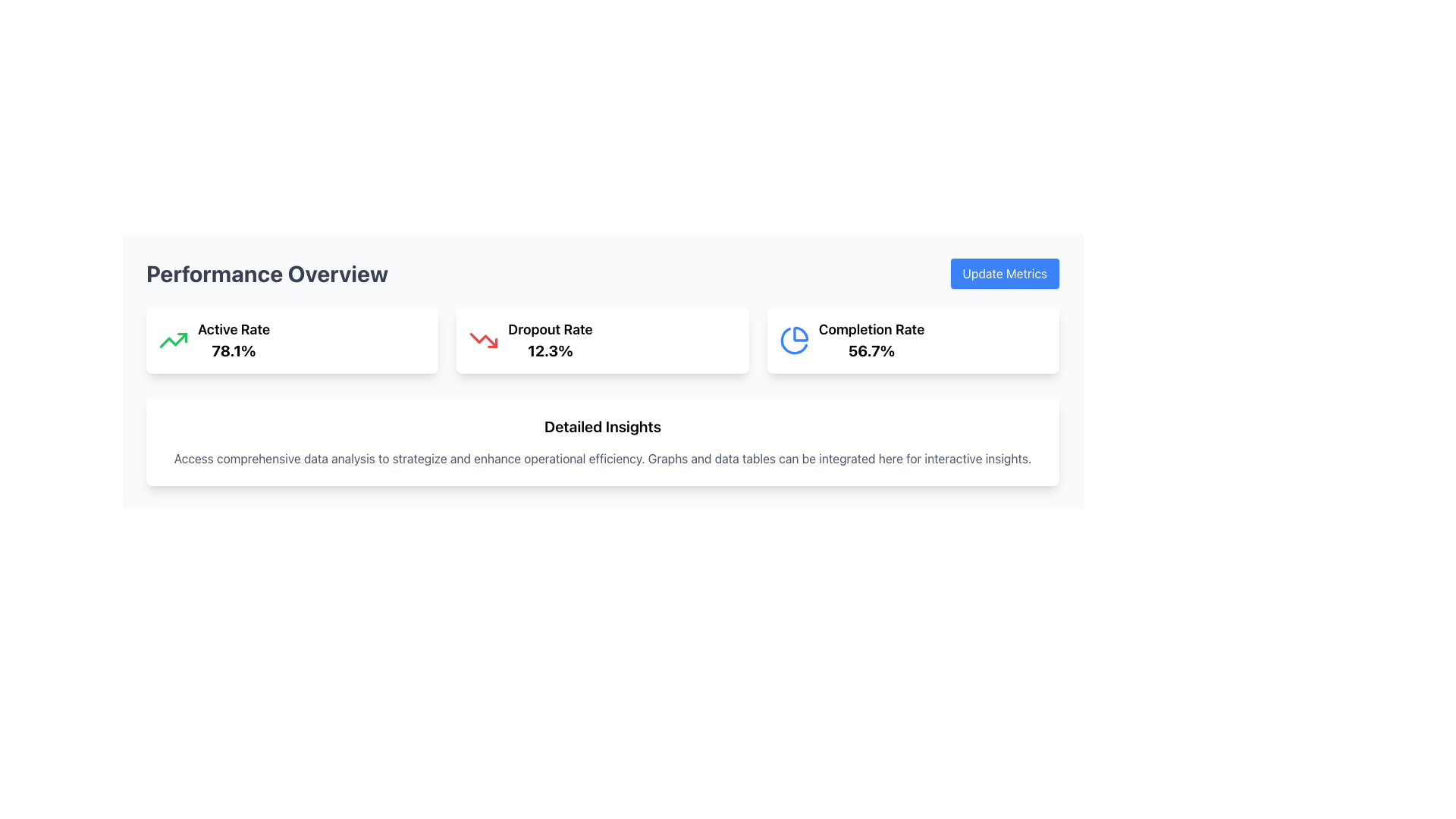  What do you see at coordinates (292, 339) in the screenshot?
I see `the 'Active Rate' Metric Card located in the top-left corner of the dashboard, which visually represents the Active Rate metric and its percentage value` at bounding box center [292, 339].